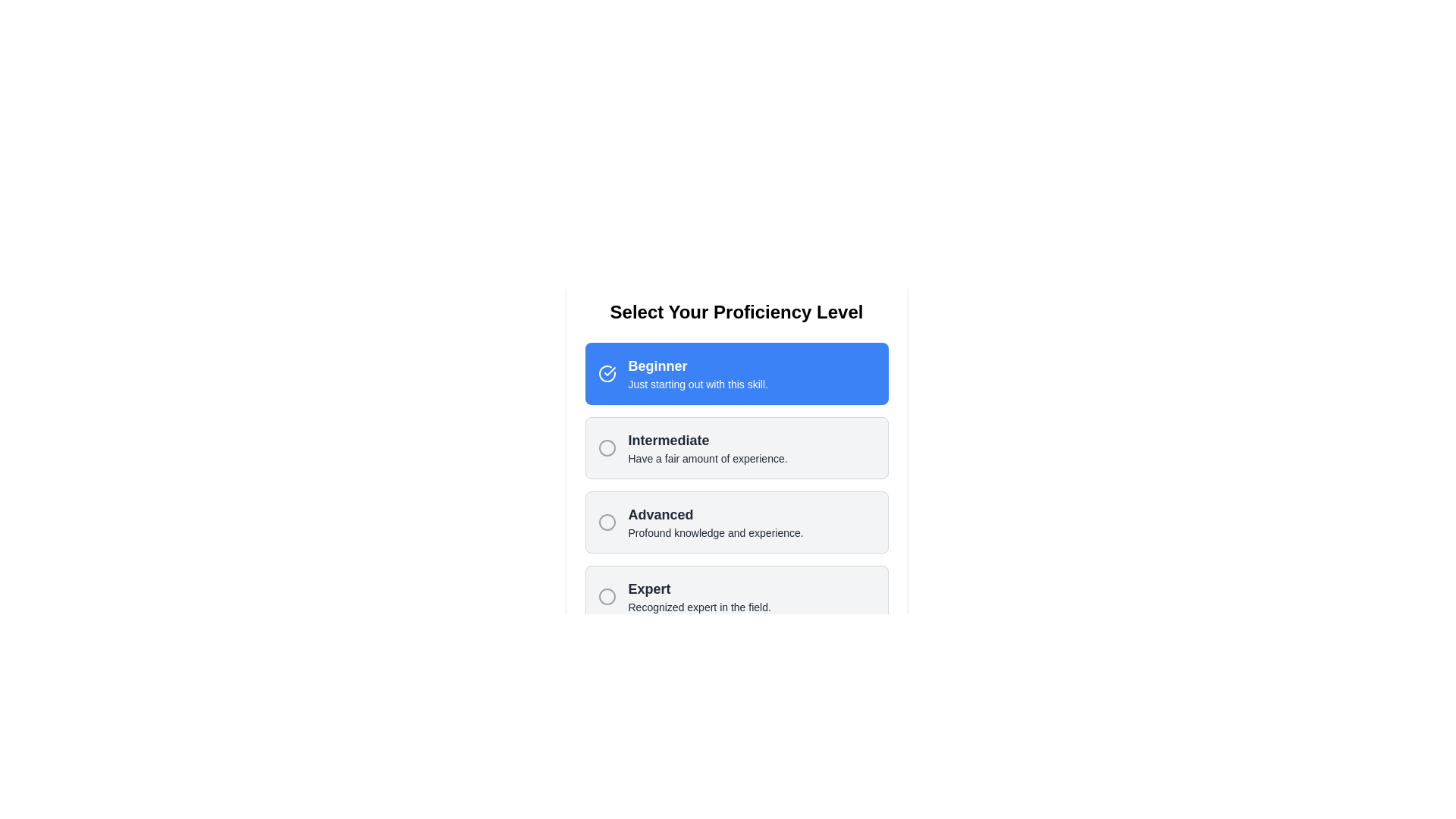  What do you see at coordinates (736, 374) in the screenshot?
I see `the 'Beginner' proficiency level button, which is the first option in the vertical list under the heading 'Select Your Proficiency Level.'` at bounding box center [736, 374].